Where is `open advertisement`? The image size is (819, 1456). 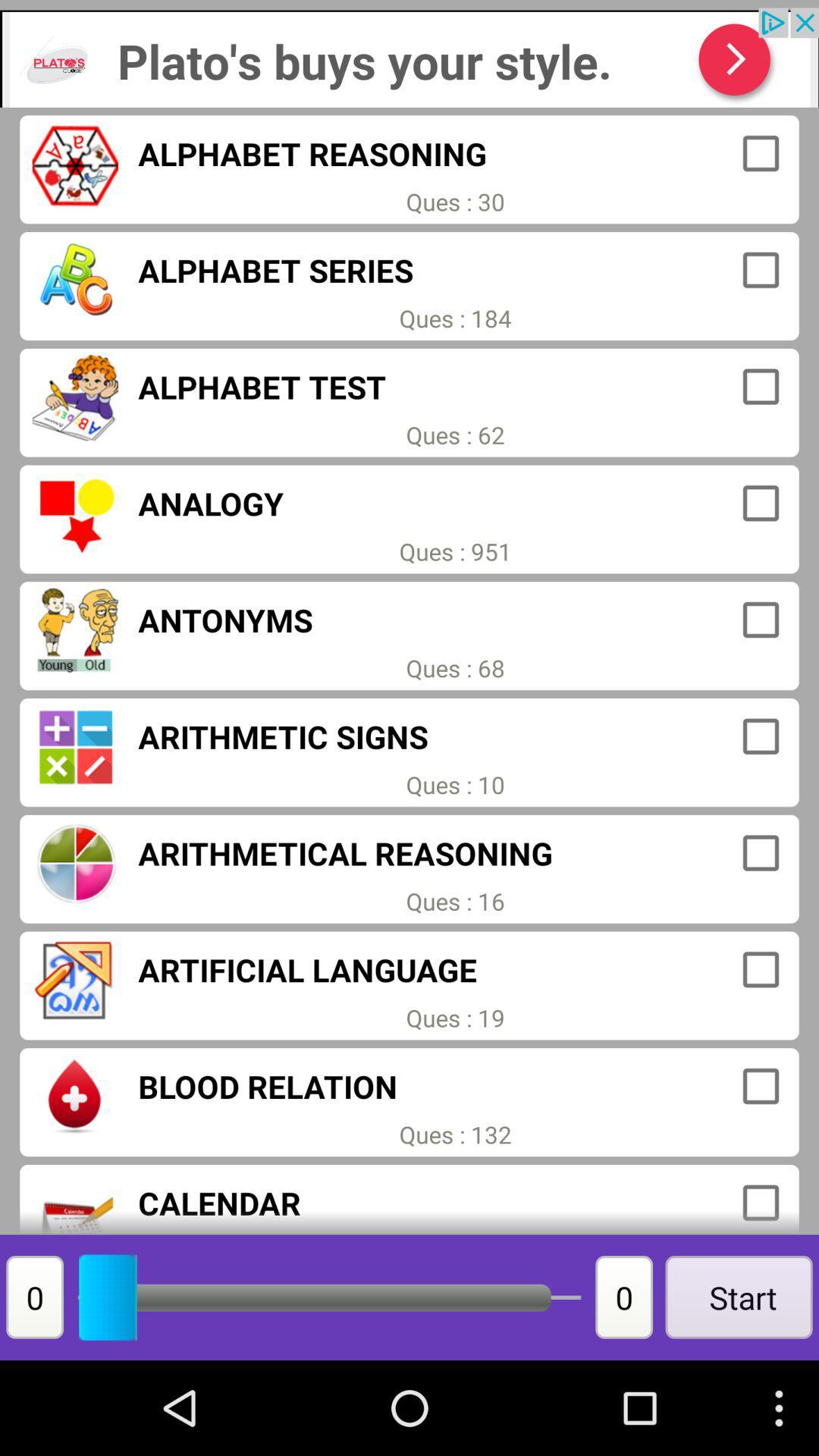 open advertisement is located at coordinates (409, 58).